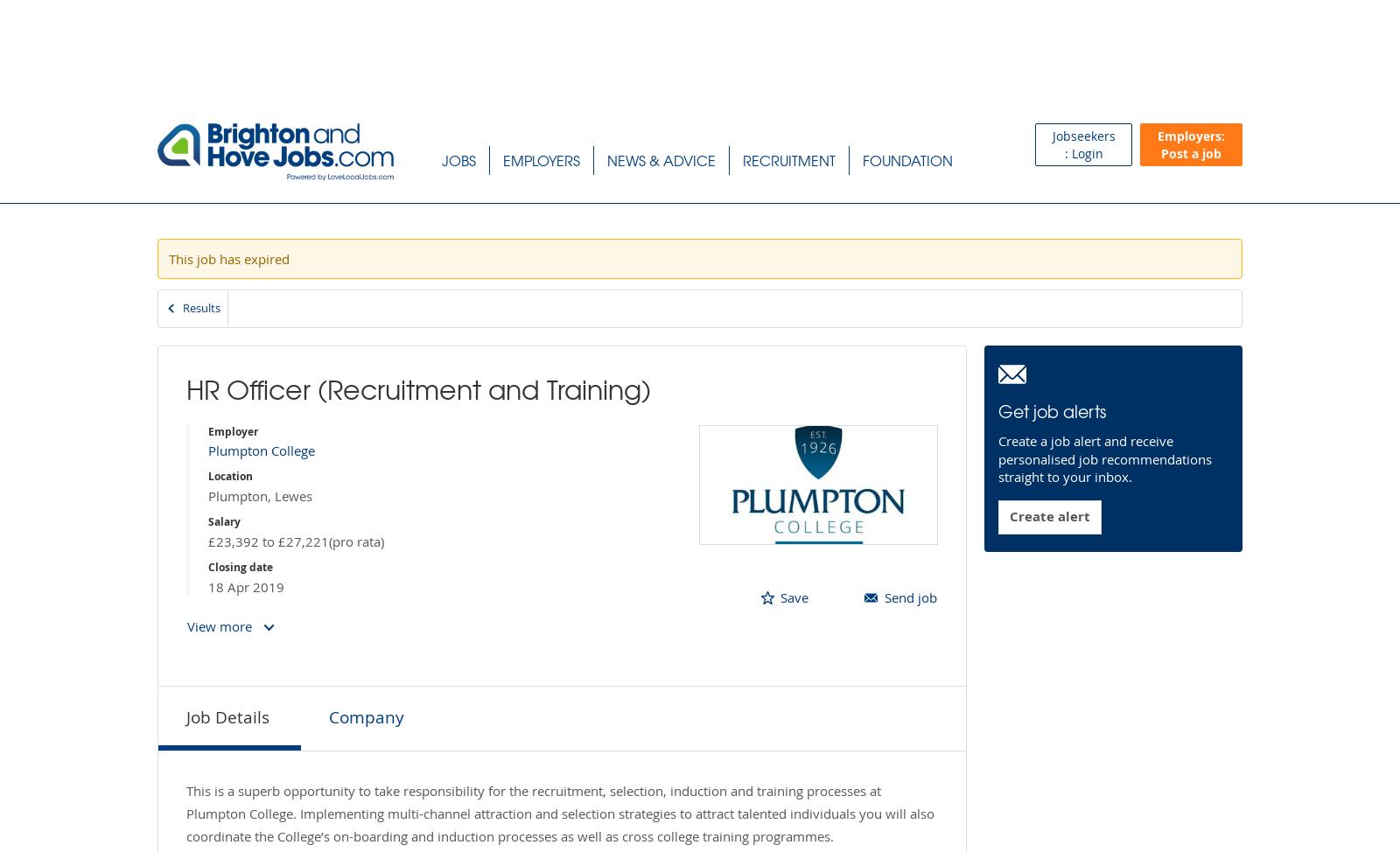 The height and width of the screenshot is (852, 1400). What do you see at coordinates (200, 308) in the screenshot?
I see `'Results'` at bounding box center [200, 308].